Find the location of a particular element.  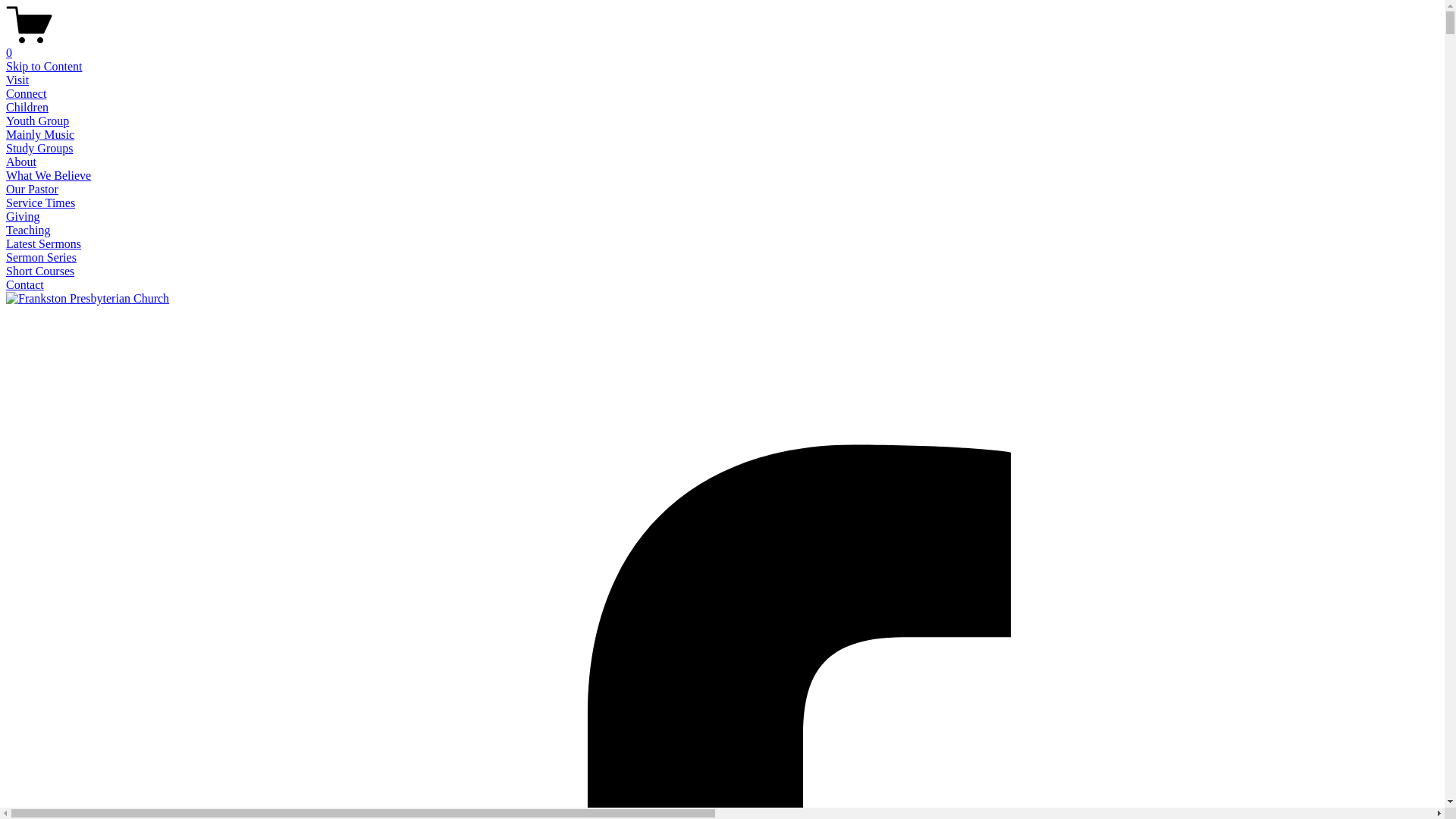

'Contact' is located at coordinates (25, 284).